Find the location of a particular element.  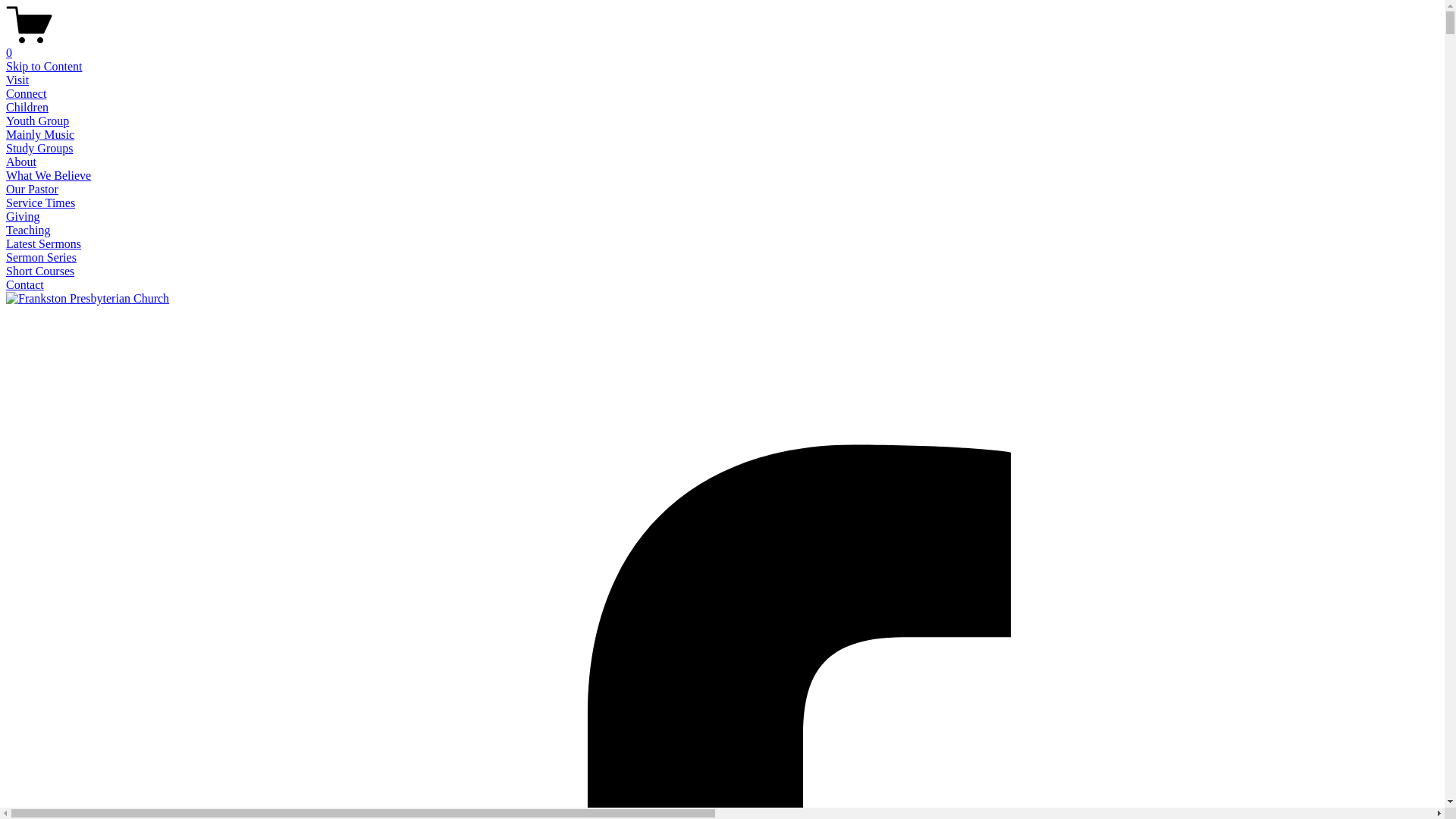

'Contact' is located at coordinates (25, 284).